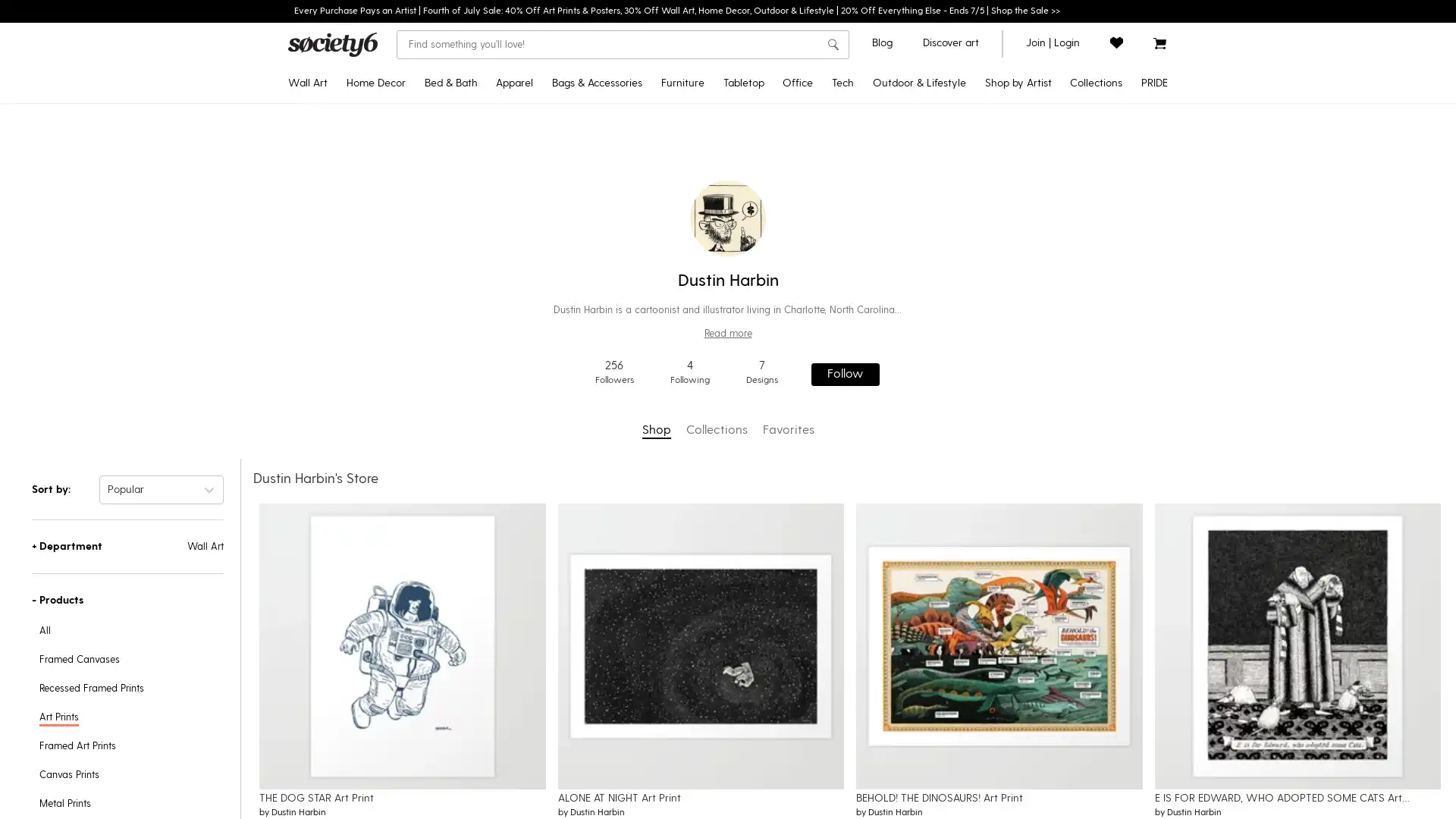 This screenshot has height=819, width=1456. I want to click on Sling Chairs, so click(939, 391).